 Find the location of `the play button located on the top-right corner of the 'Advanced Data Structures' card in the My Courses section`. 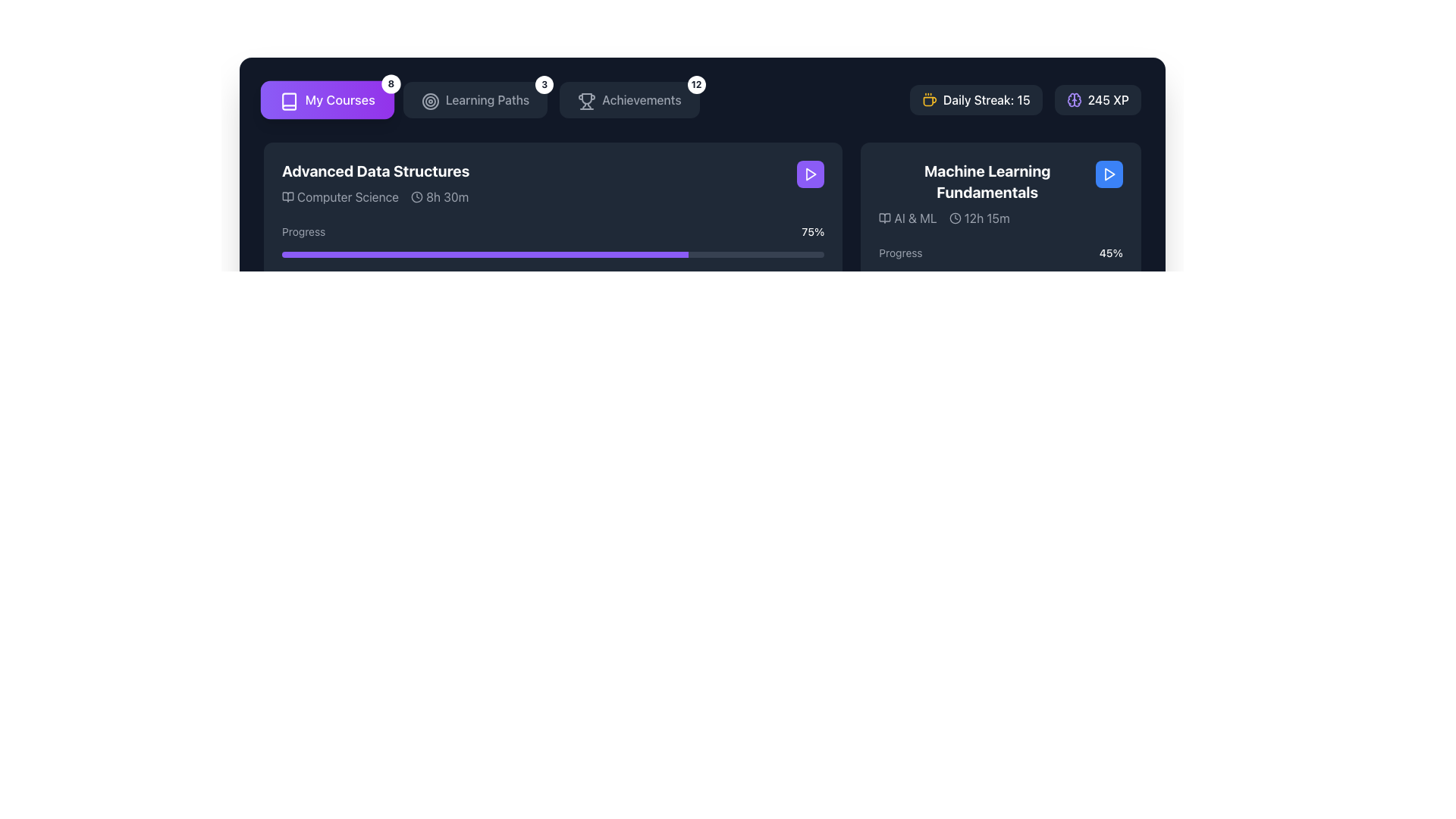

the play button located on the top-right corner of the 'Advanced Data Structures' card in the My Courses section is located at coordinates (810, 174).